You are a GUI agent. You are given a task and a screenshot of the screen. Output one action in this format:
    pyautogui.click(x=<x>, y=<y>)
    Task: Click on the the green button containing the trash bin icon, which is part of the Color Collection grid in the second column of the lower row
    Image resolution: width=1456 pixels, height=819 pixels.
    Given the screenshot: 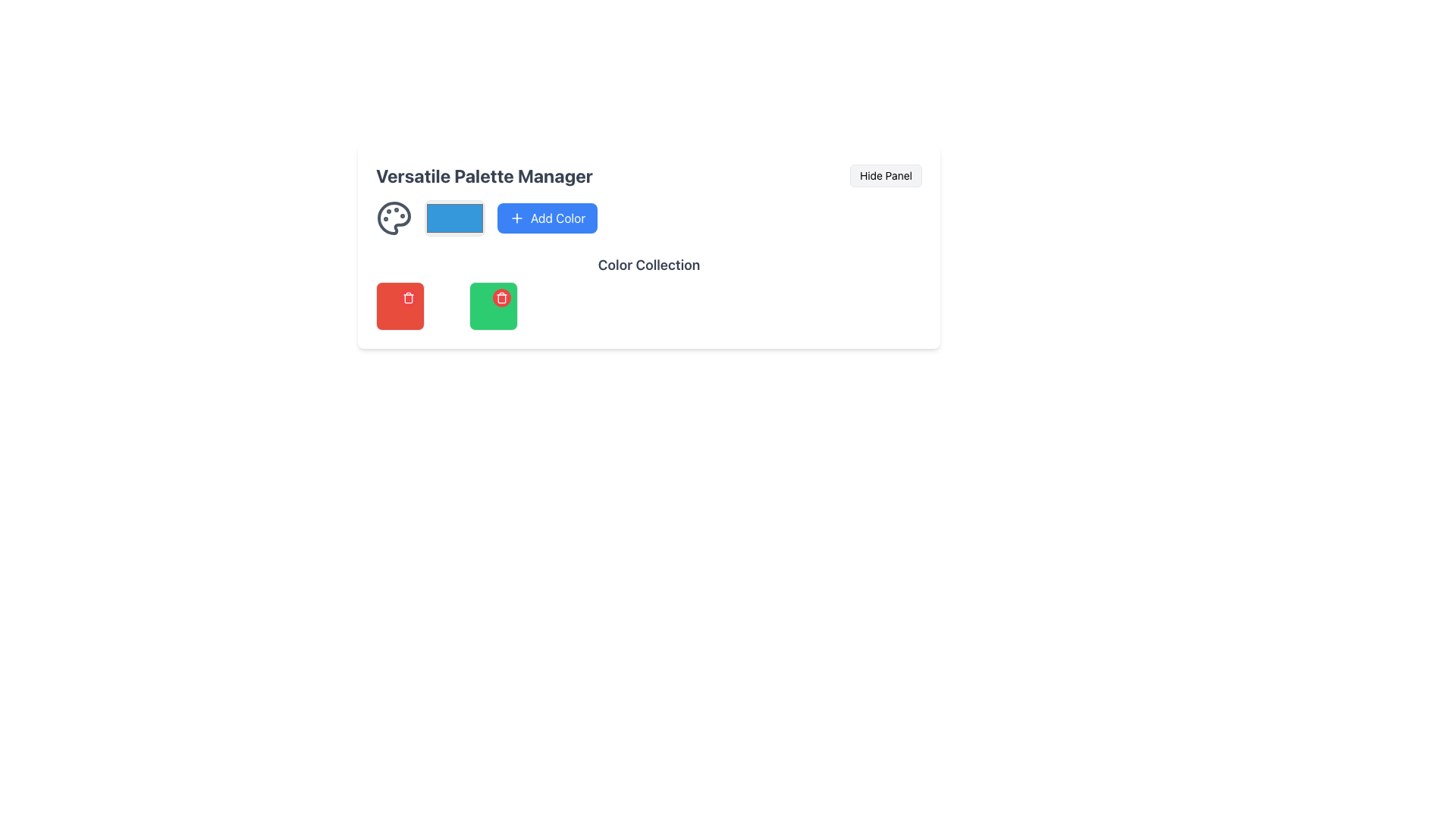 What is the action you would take?
    pyautogui.click(x=408, y=298)
    